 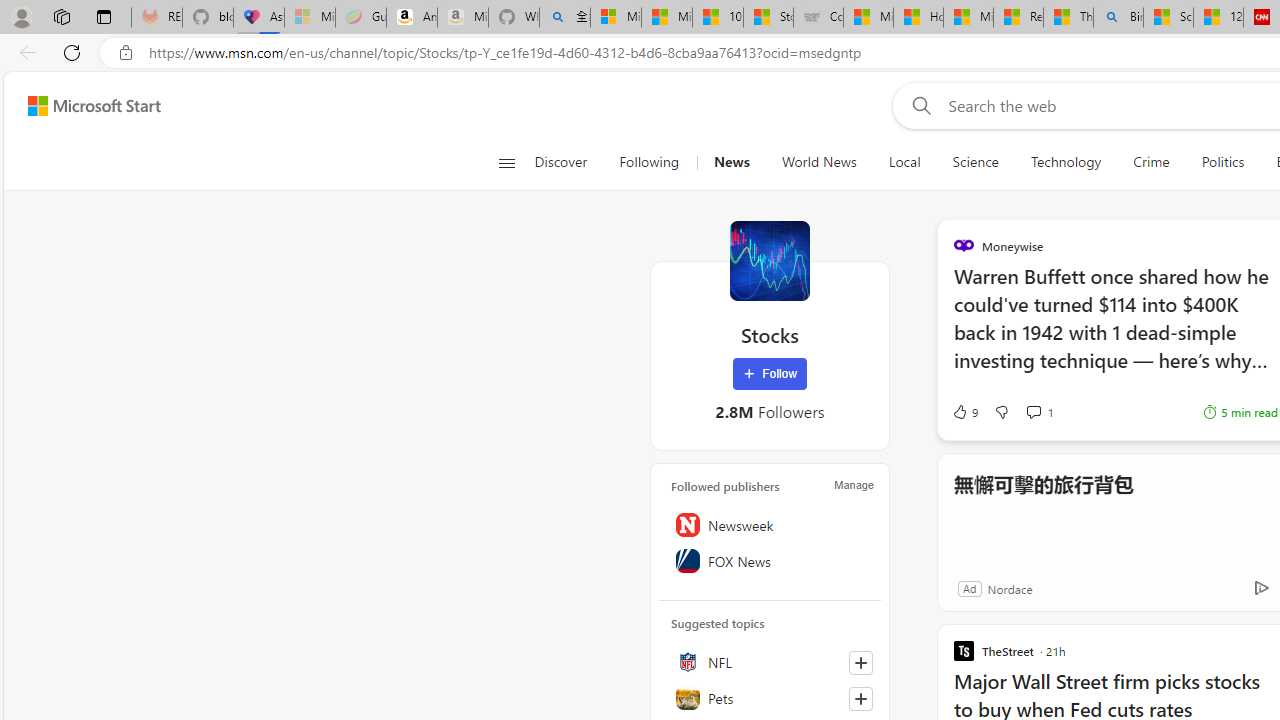 What do you see at coordinates (769, 697) in the screenshot?
I see `'Pets'` at bounding box center [769, 697].